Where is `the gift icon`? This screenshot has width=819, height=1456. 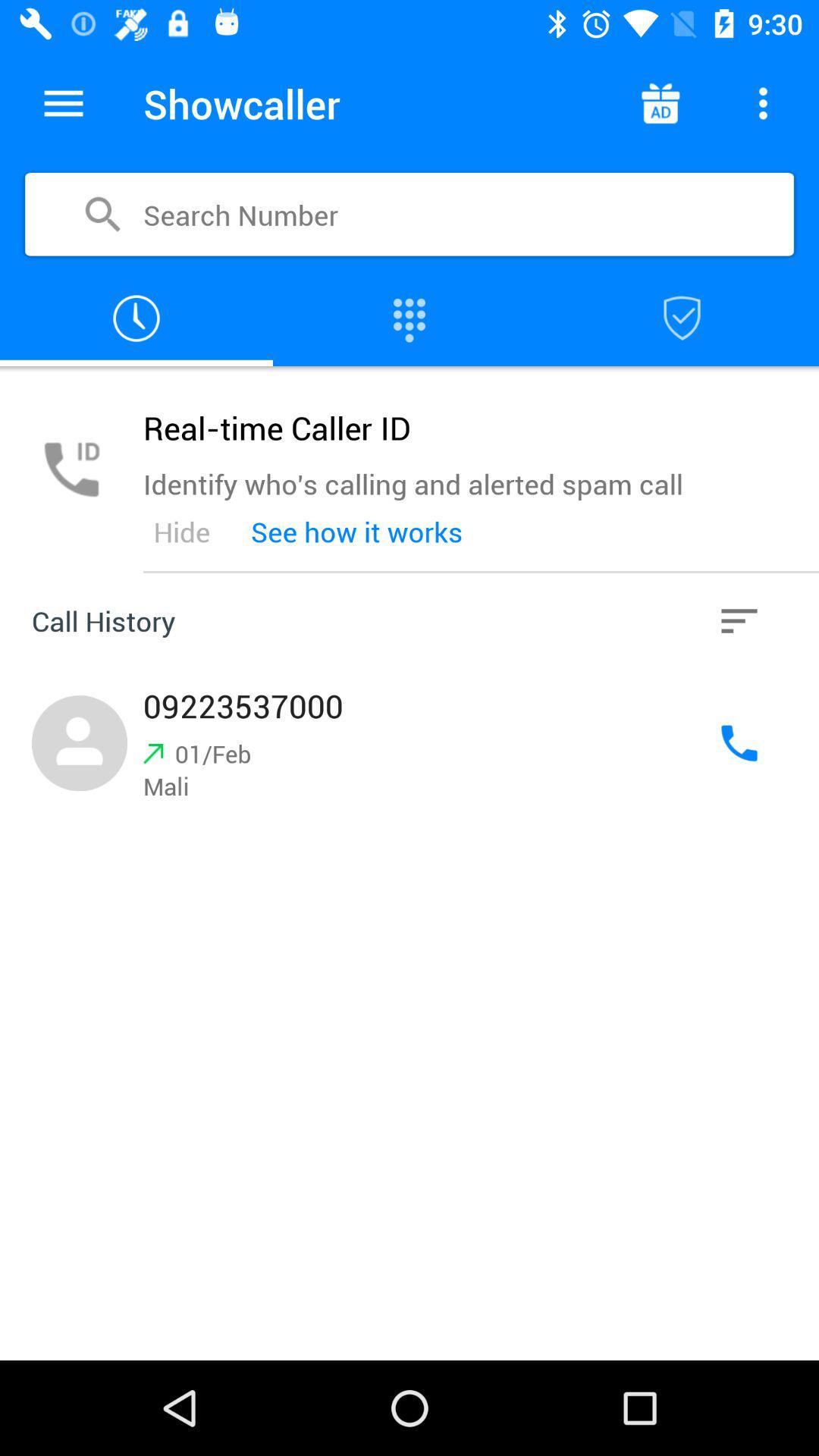
the gift icon is located at coordinates (659, 102).